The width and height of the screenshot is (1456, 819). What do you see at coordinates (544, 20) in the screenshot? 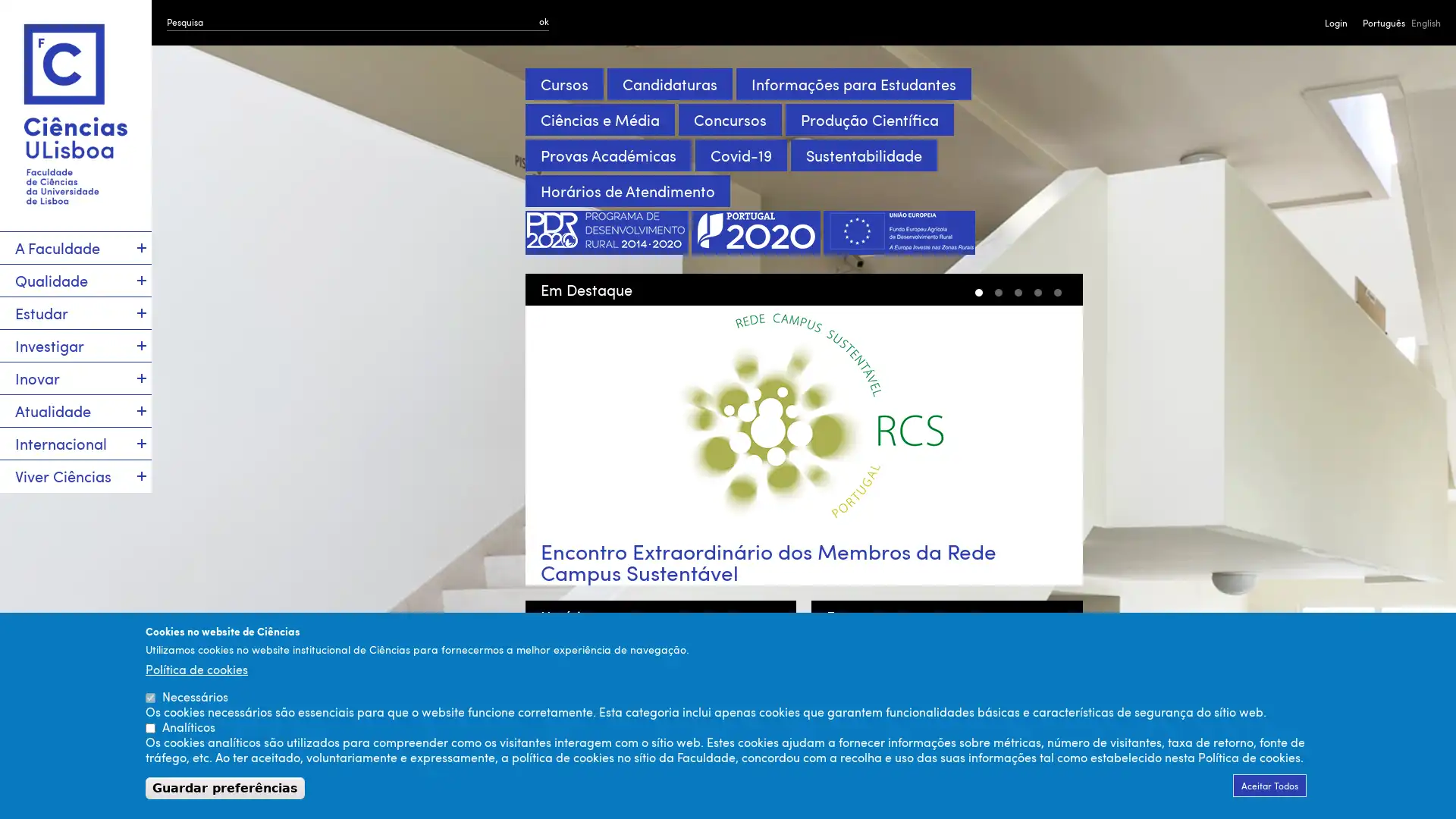
I see `ok` at bounding box center [544, 20].